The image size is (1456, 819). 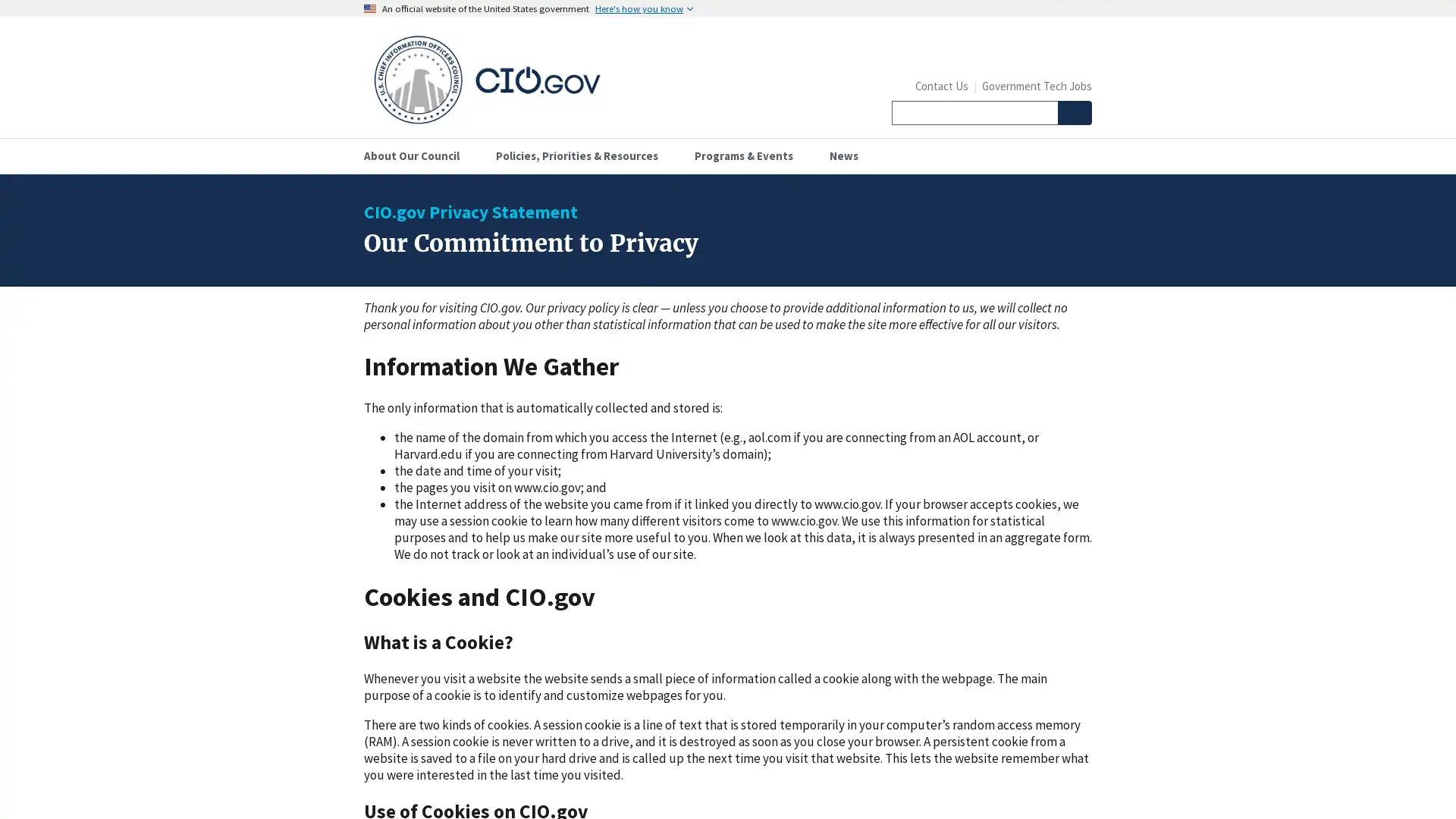 What do you see at coordinates (418, 155) in the screenshot?
I see `About Our Council` at bounding box center [418, 155].